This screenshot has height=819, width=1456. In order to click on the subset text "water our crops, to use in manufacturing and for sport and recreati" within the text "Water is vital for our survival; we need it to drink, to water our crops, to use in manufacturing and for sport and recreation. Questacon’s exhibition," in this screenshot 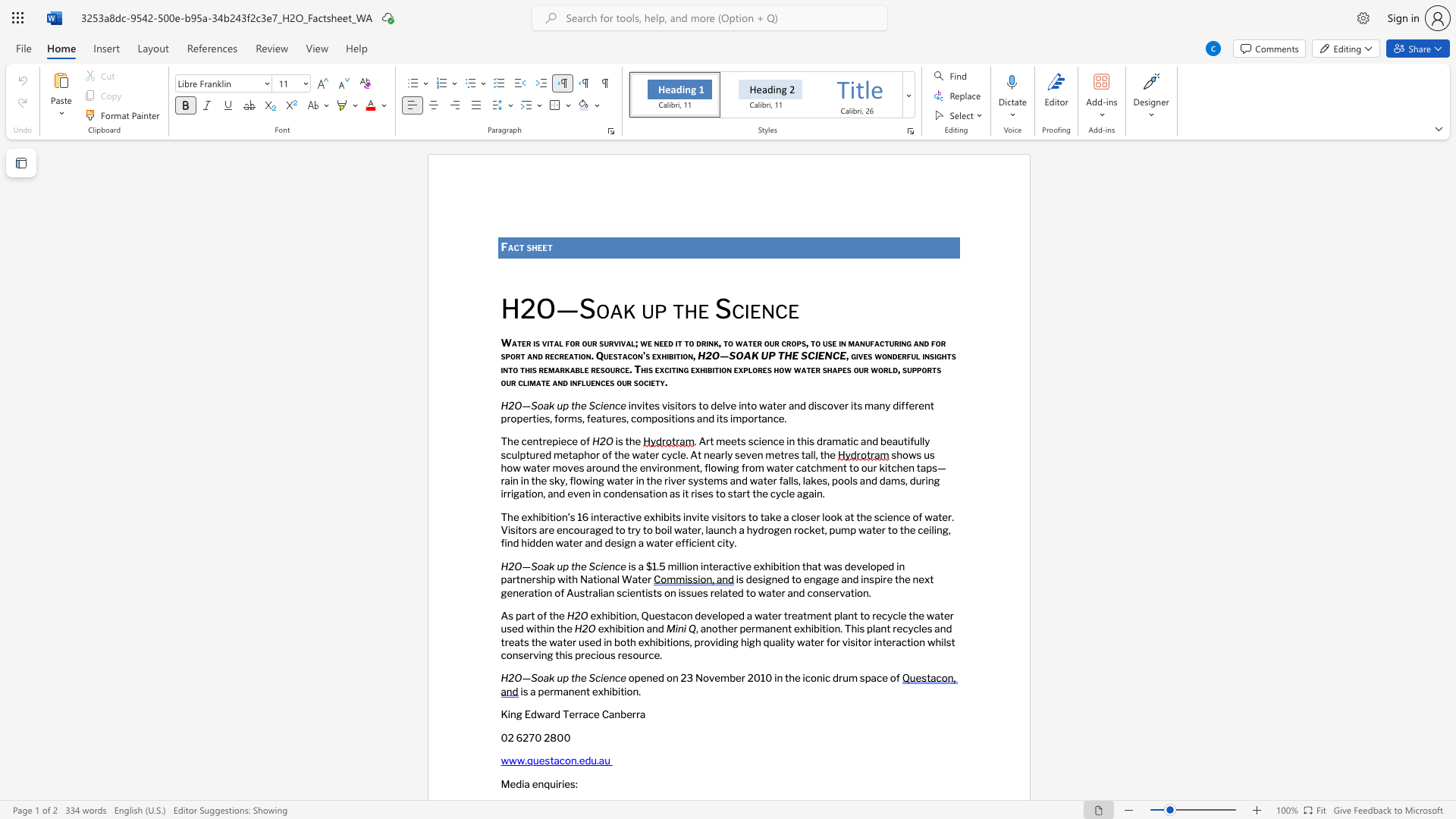, I will do `click(735, 343)`.